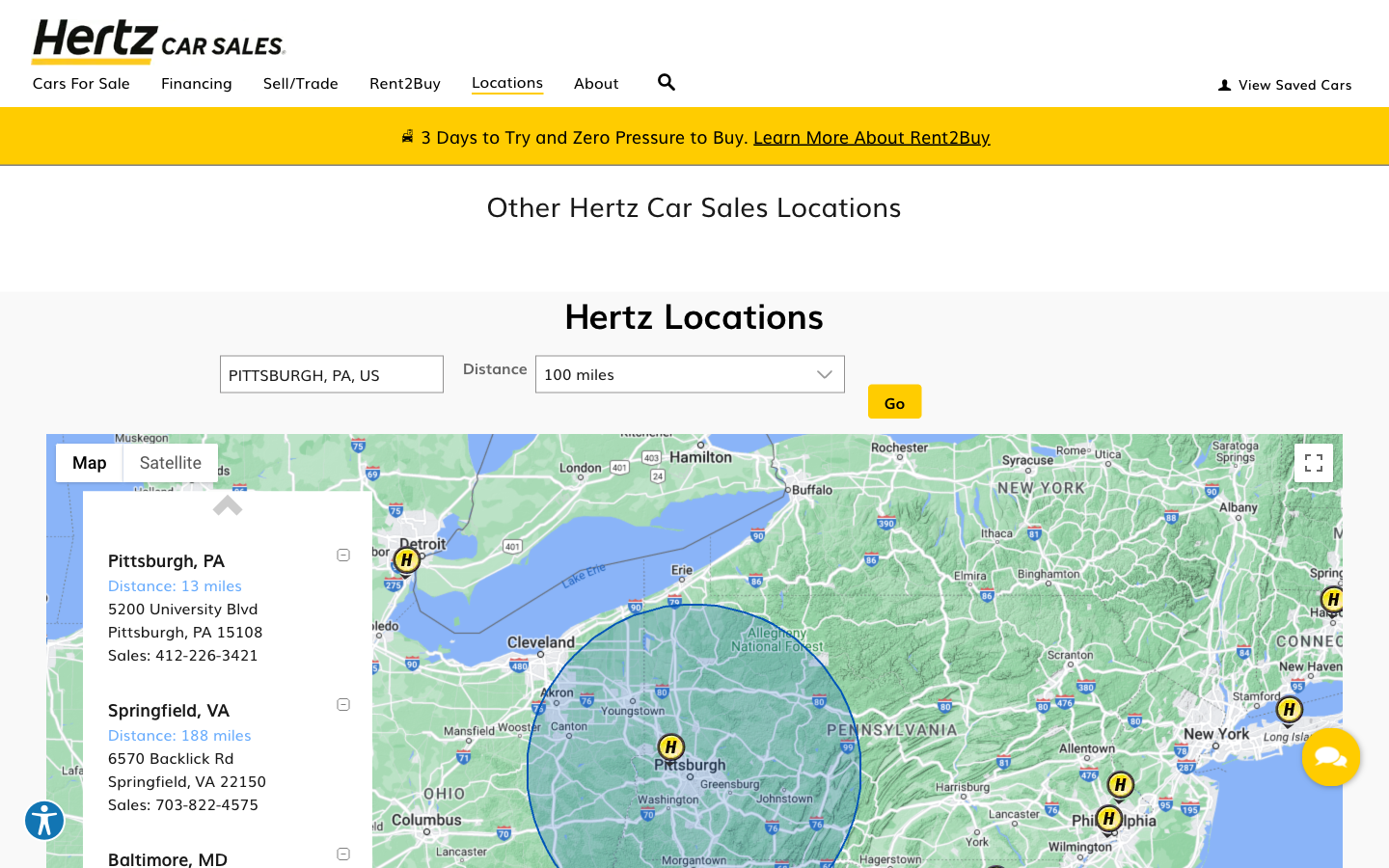  Describe the element at coordinates (872, 136) in the screenshot. I see `the section explaining rent2buy` at that location.